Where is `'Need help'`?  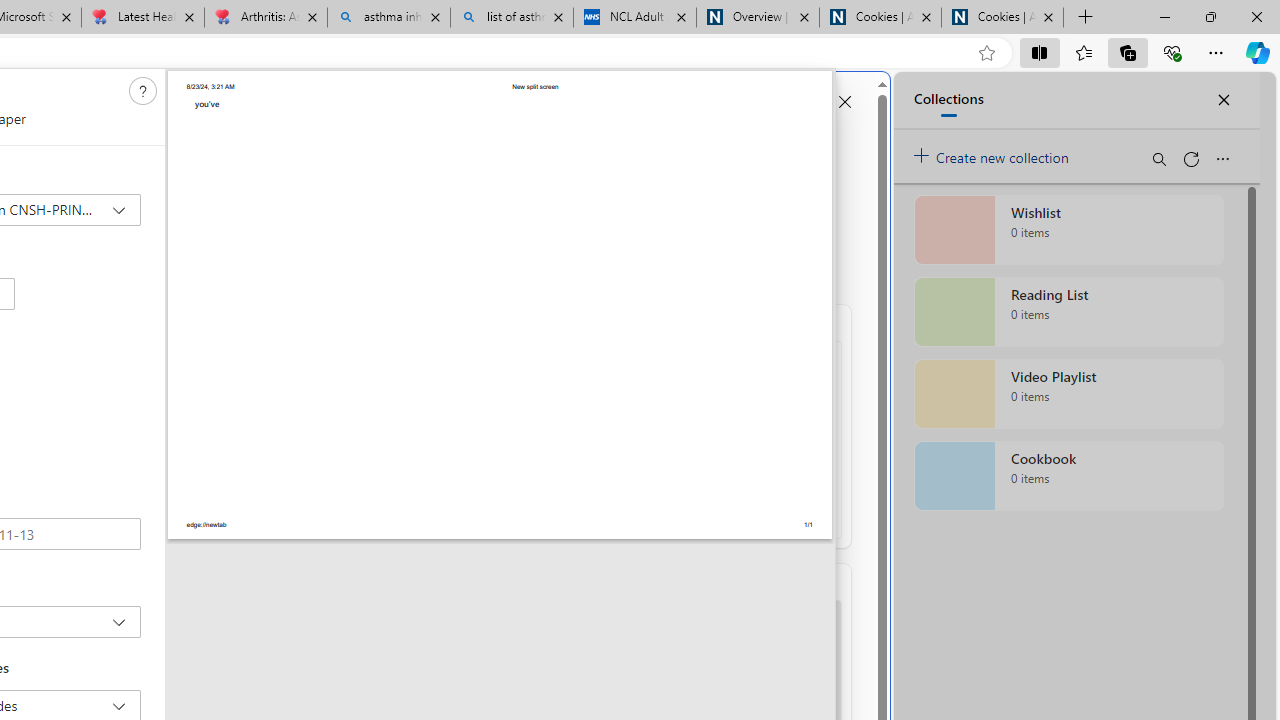
'Need help' is located at coordinates (142, 91).